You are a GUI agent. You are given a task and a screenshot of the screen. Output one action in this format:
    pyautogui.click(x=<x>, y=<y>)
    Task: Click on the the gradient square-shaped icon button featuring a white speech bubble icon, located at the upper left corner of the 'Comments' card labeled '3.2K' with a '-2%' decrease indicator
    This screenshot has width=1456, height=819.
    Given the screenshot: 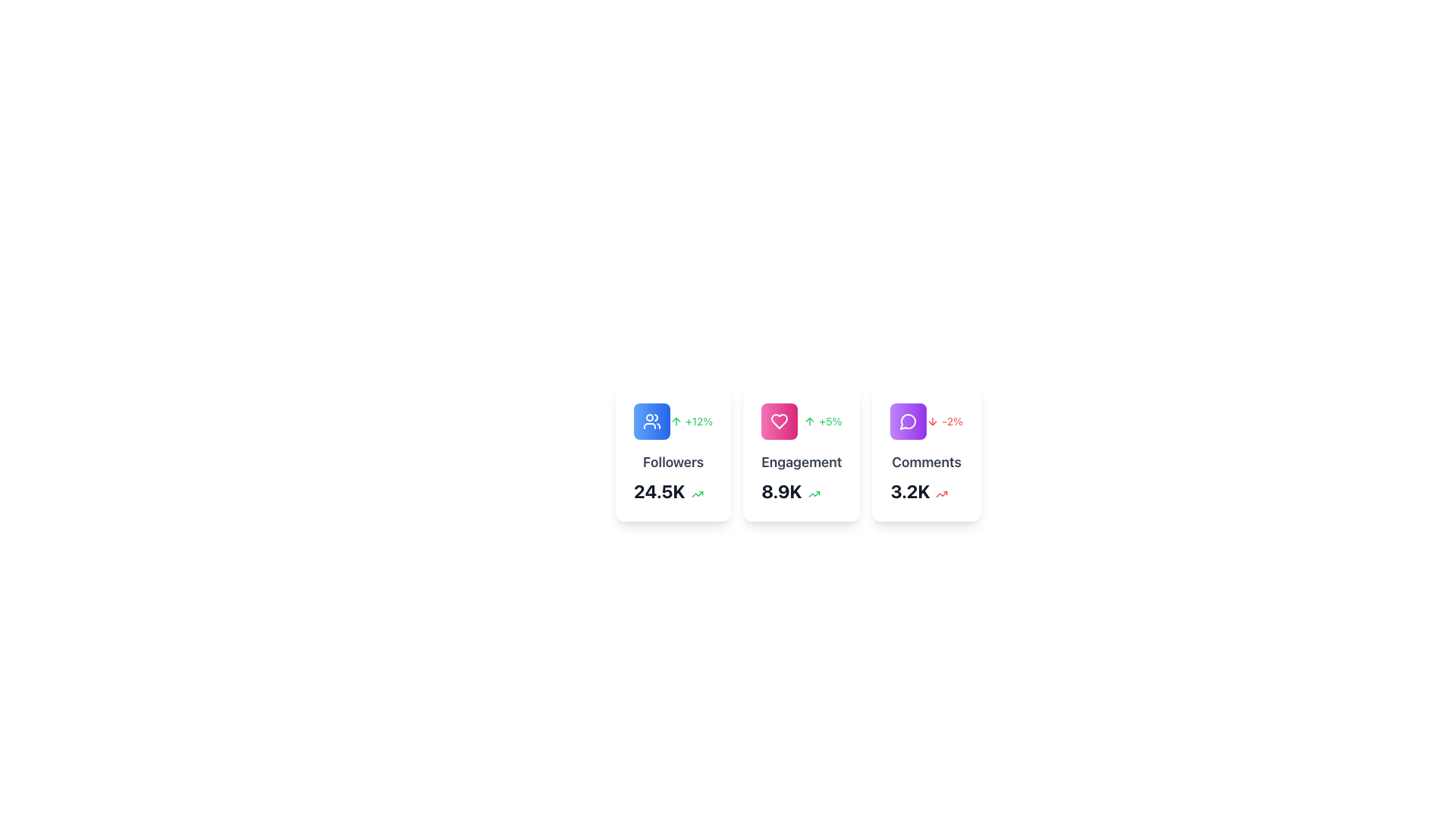 What is the action you would take?
    pyautogui.click(x=908, y=421)
    